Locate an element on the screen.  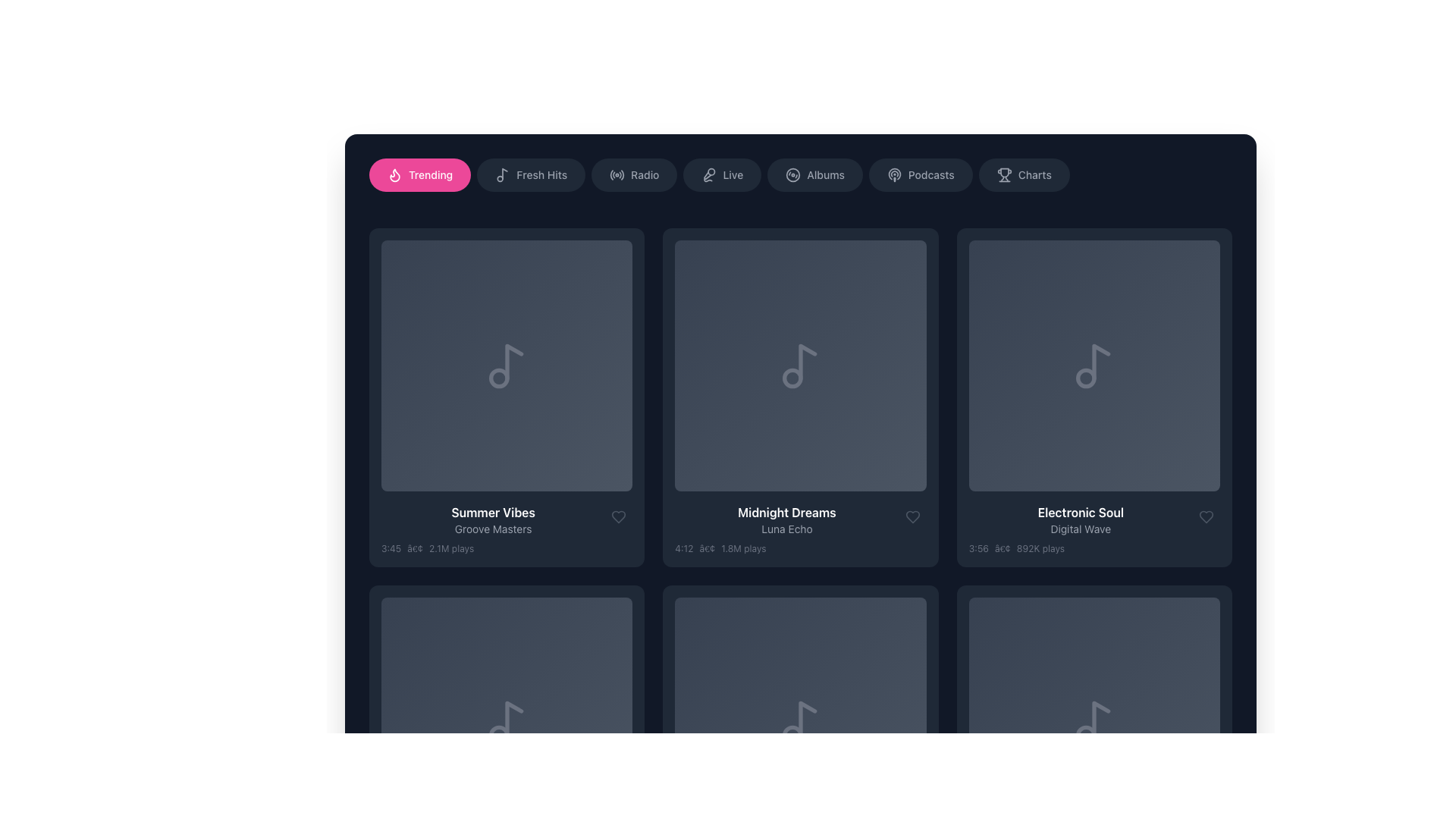
the play button for multimedia content is located at coordinates (800, 397).